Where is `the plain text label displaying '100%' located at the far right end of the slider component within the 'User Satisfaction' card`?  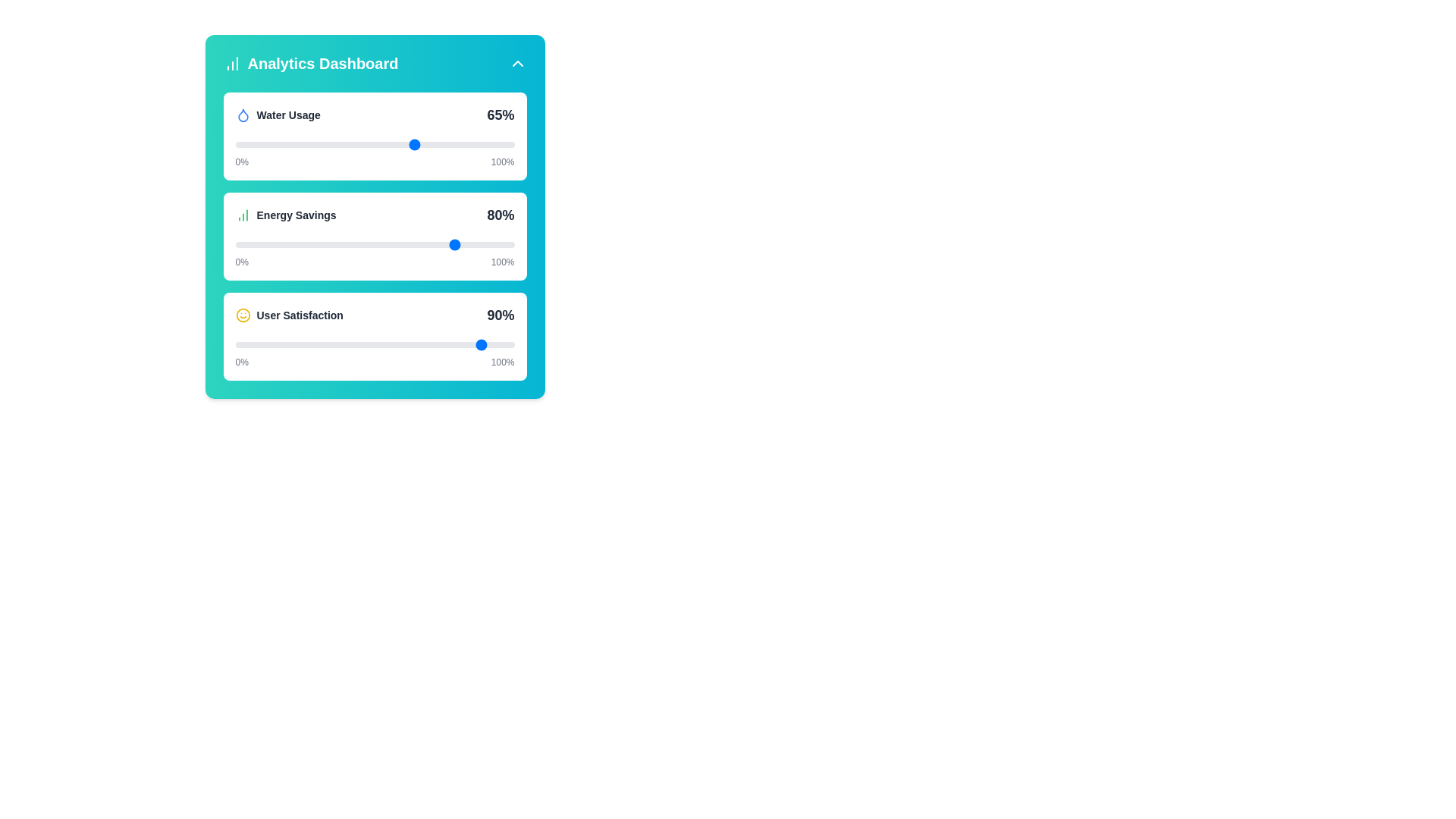 the plain text label displaying '100%' located at the far right end of the slider component within the 'User Satisfaction' card is located at coordinates (503, 362).